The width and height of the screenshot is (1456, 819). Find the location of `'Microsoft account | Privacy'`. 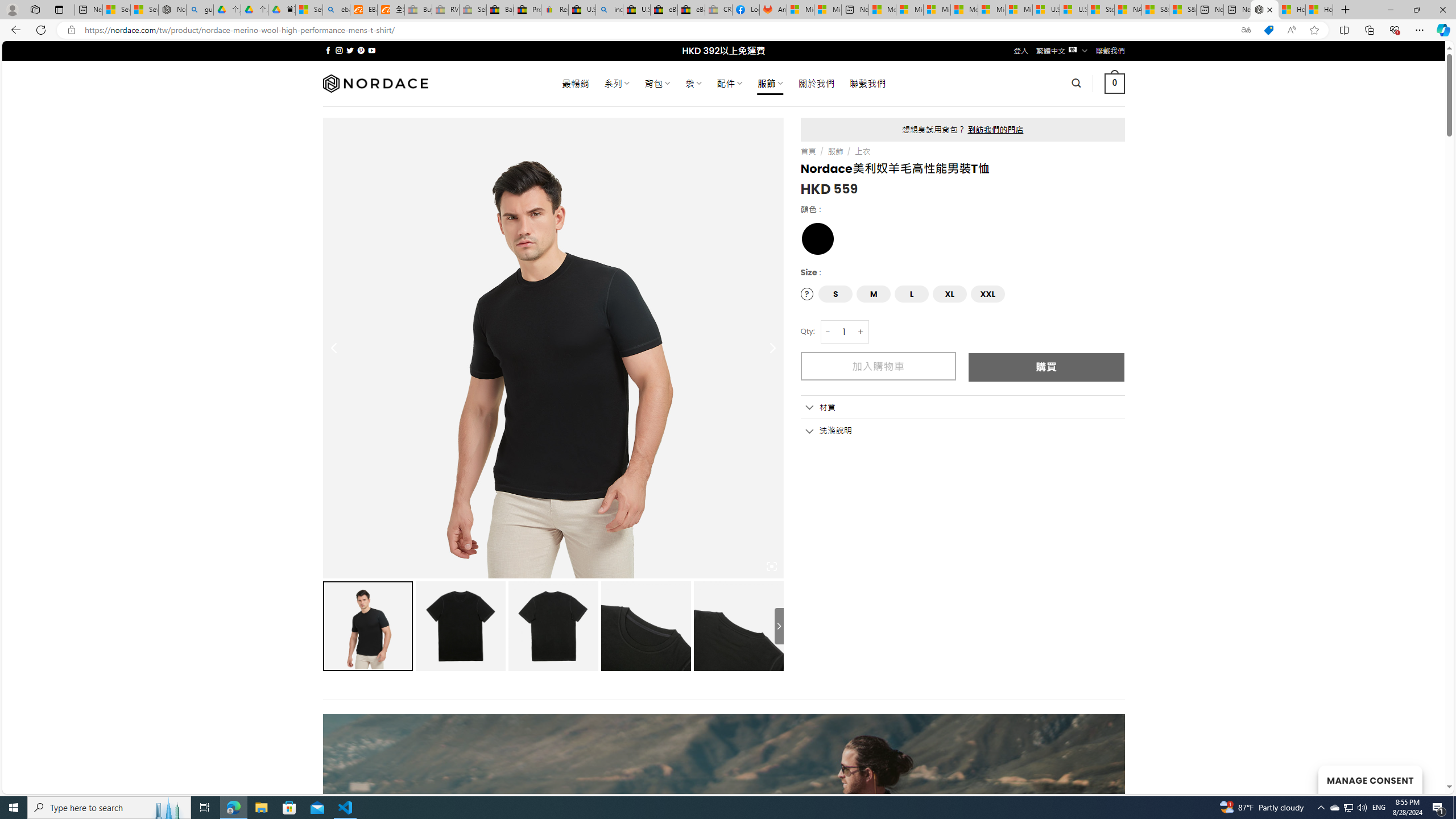

'Microsoft account | Privacy' is located at coordinates (909, 9).